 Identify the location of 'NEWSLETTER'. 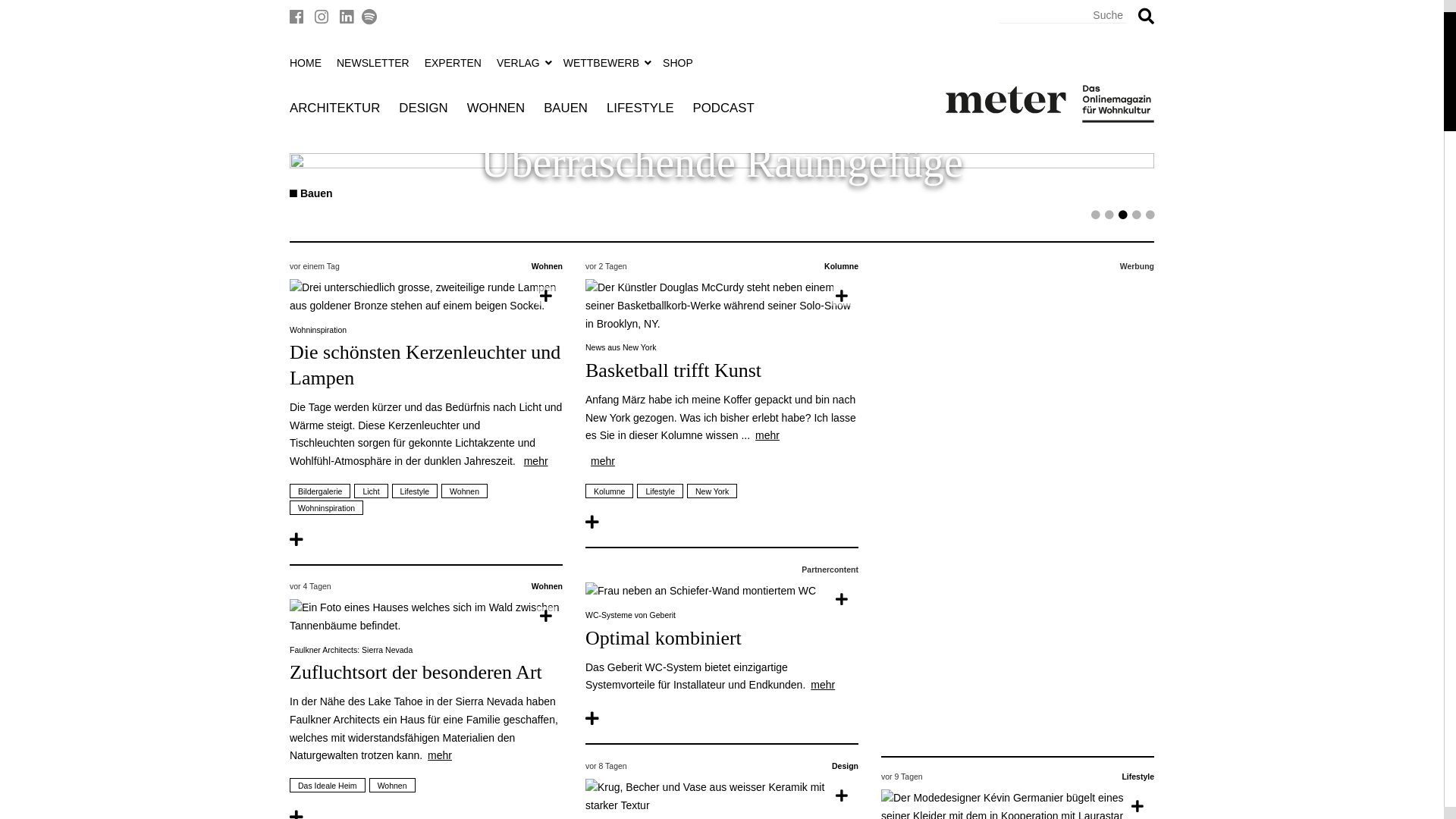
(375, 62).